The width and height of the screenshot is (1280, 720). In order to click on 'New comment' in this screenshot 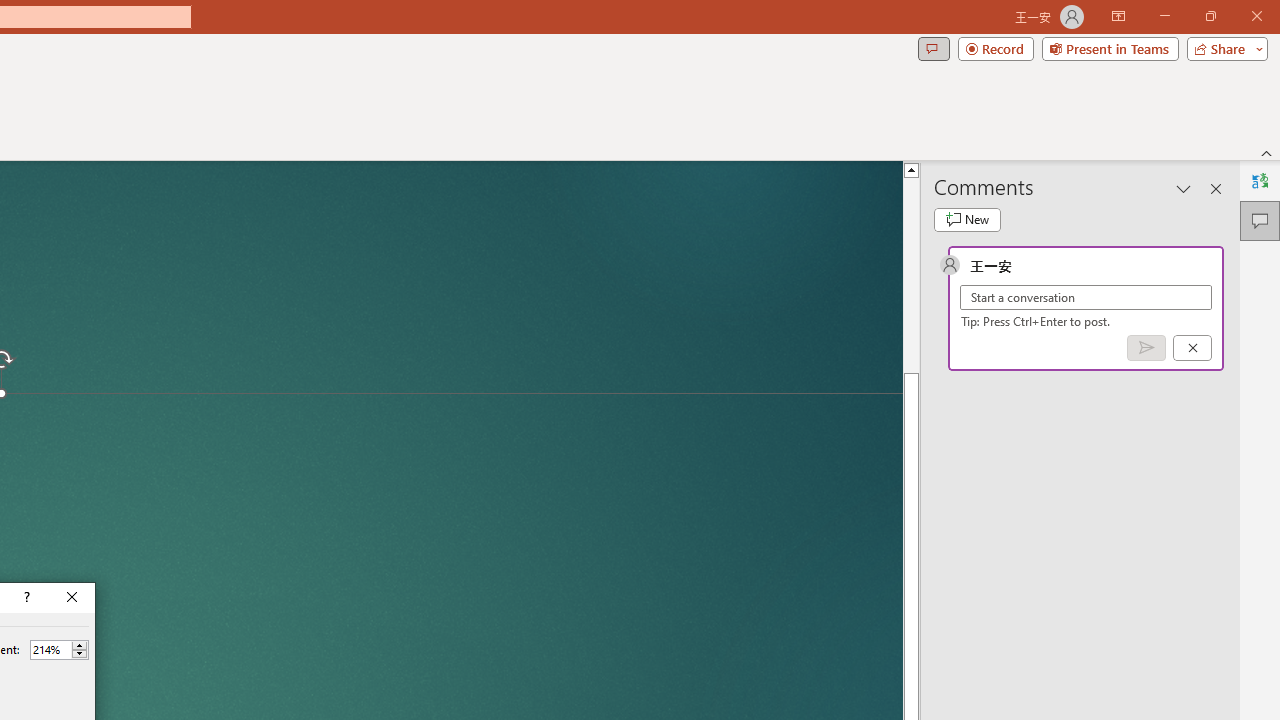, I will do `click(967, 219)`.